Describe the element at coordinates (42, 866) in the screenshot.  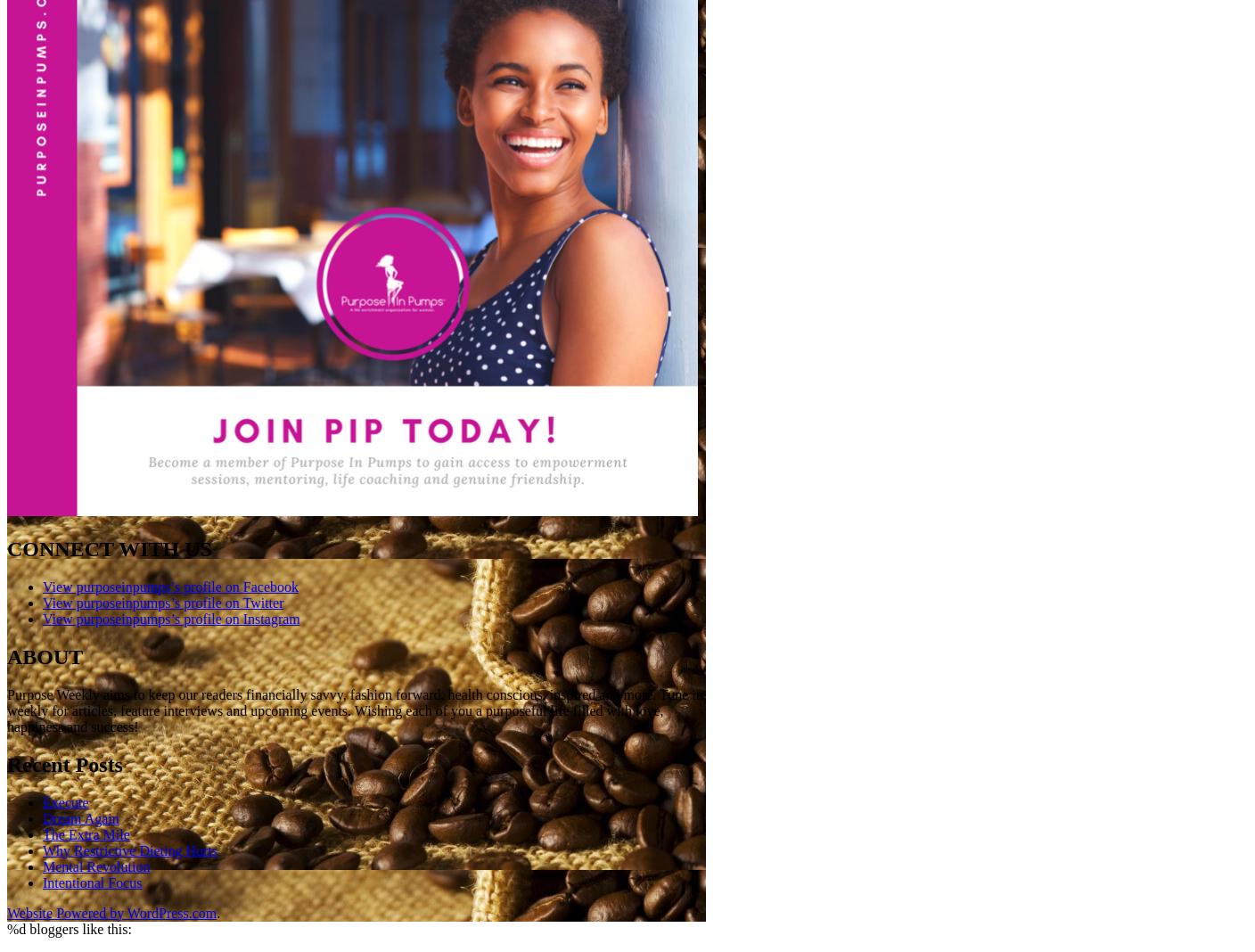
I see `'Mental Revolution'` at that location.